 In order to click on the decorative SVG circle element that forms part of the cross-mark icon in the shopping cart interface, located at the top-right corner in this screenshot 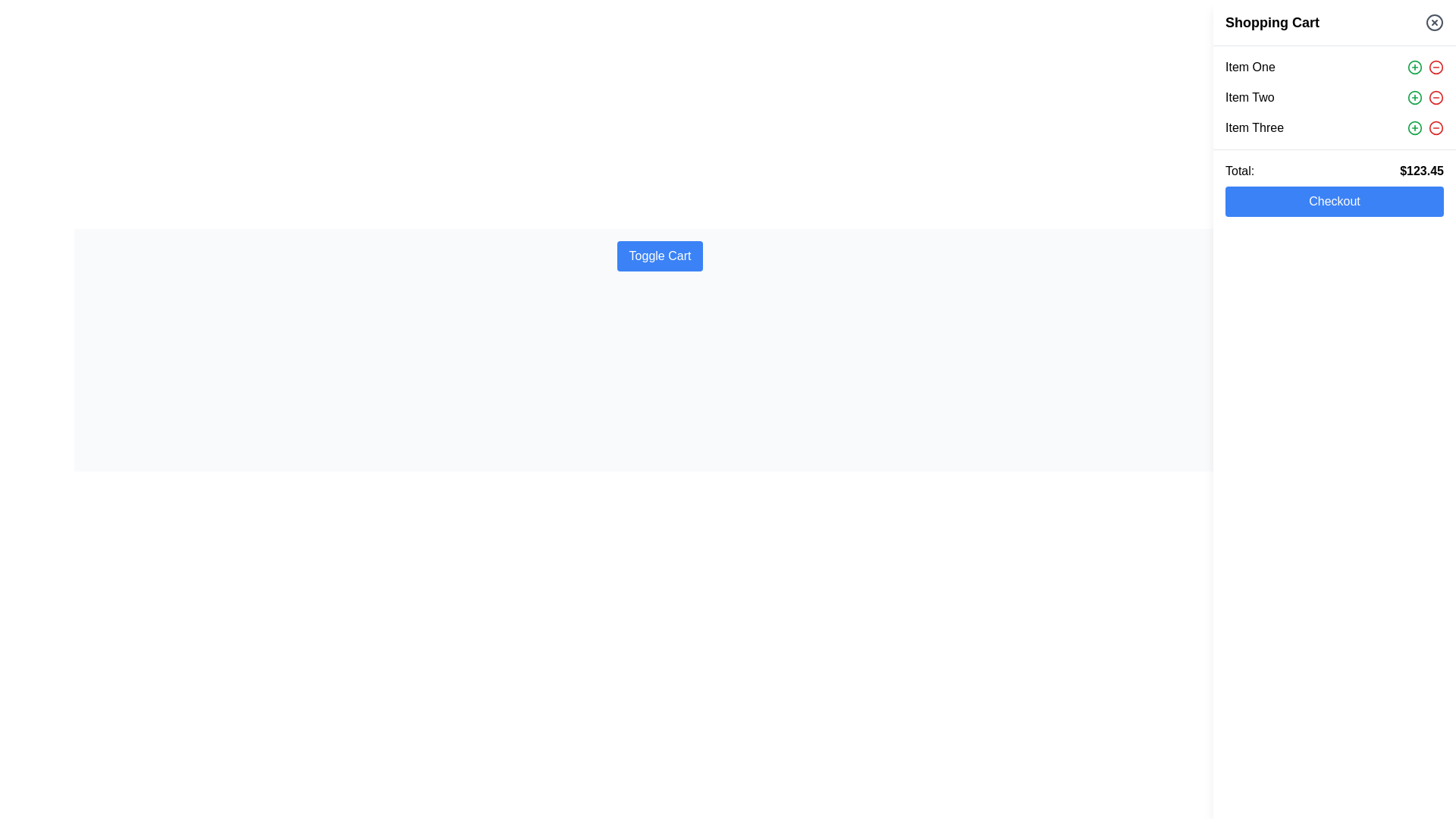, I will do `click(1433, 23)`.